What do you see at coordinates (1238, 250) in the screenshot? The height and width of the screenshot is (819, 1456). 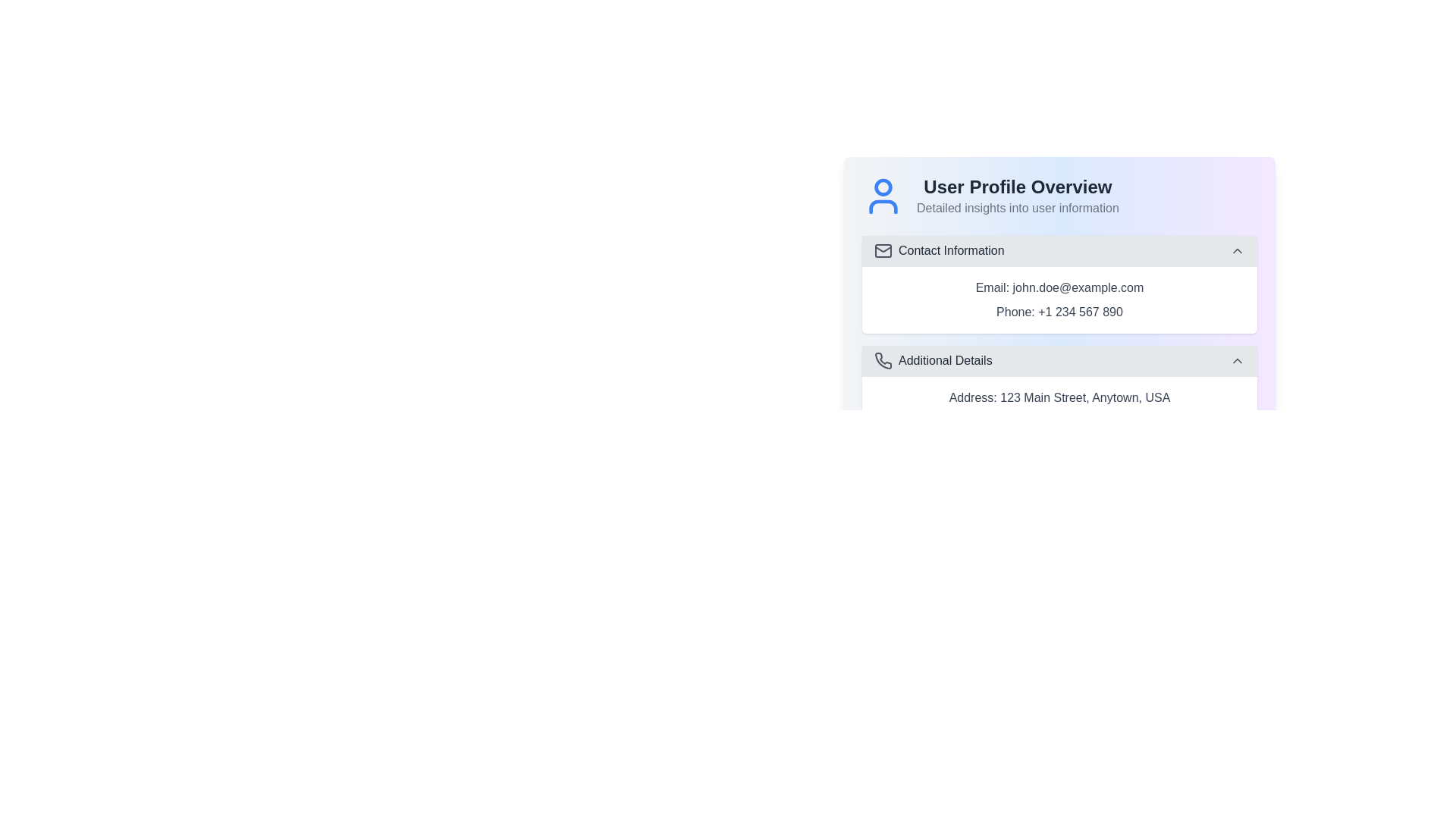 I see `the chevron-shaped Toggle icon pointing upwards located in the 'Contact Information' section` at bounding box center [1238, 250].